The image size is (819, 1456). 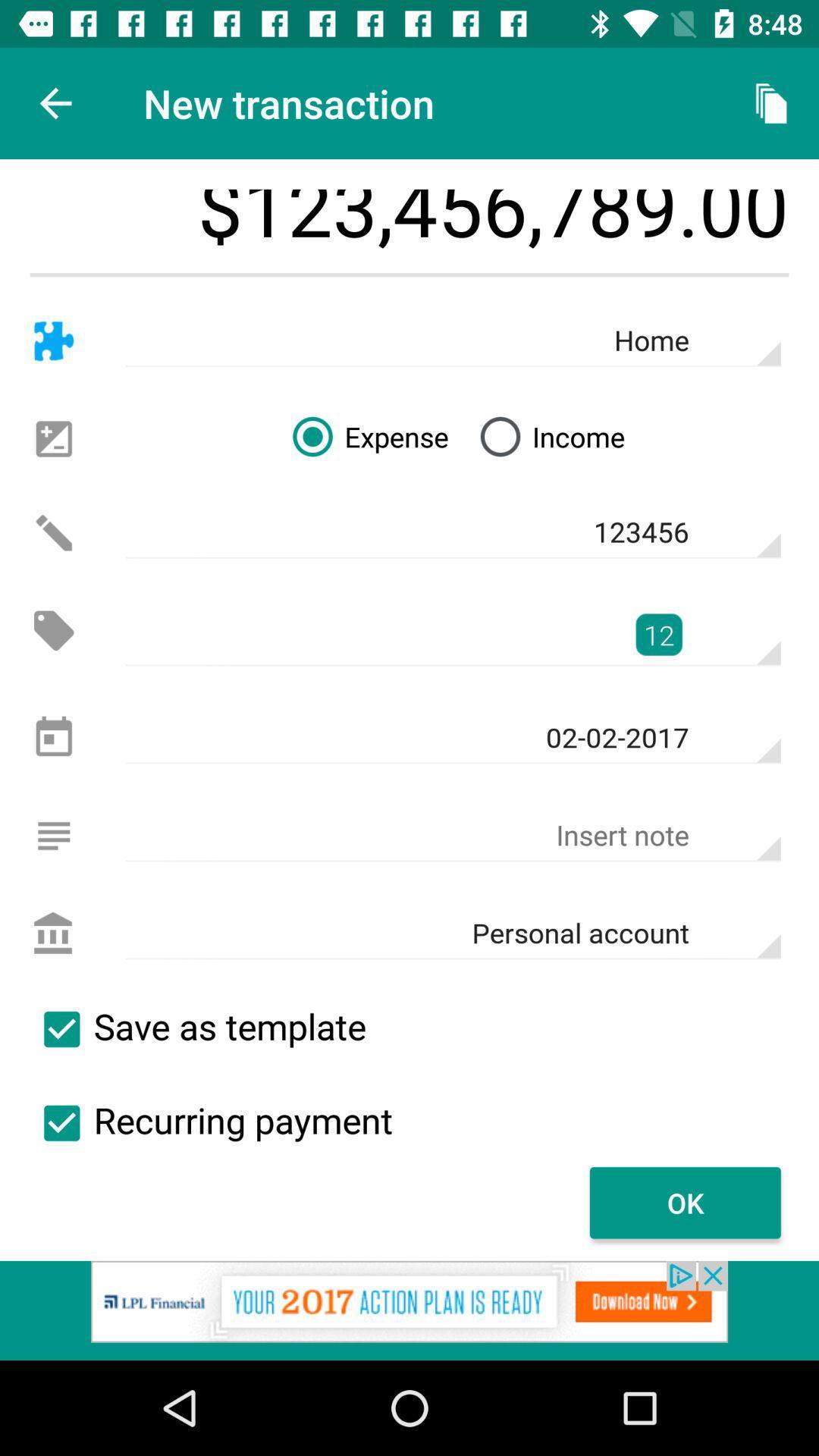 What do you see at coordinates (53, 738) in the screenshot?
I see `edit calendar` at bounding box center [53, 738].